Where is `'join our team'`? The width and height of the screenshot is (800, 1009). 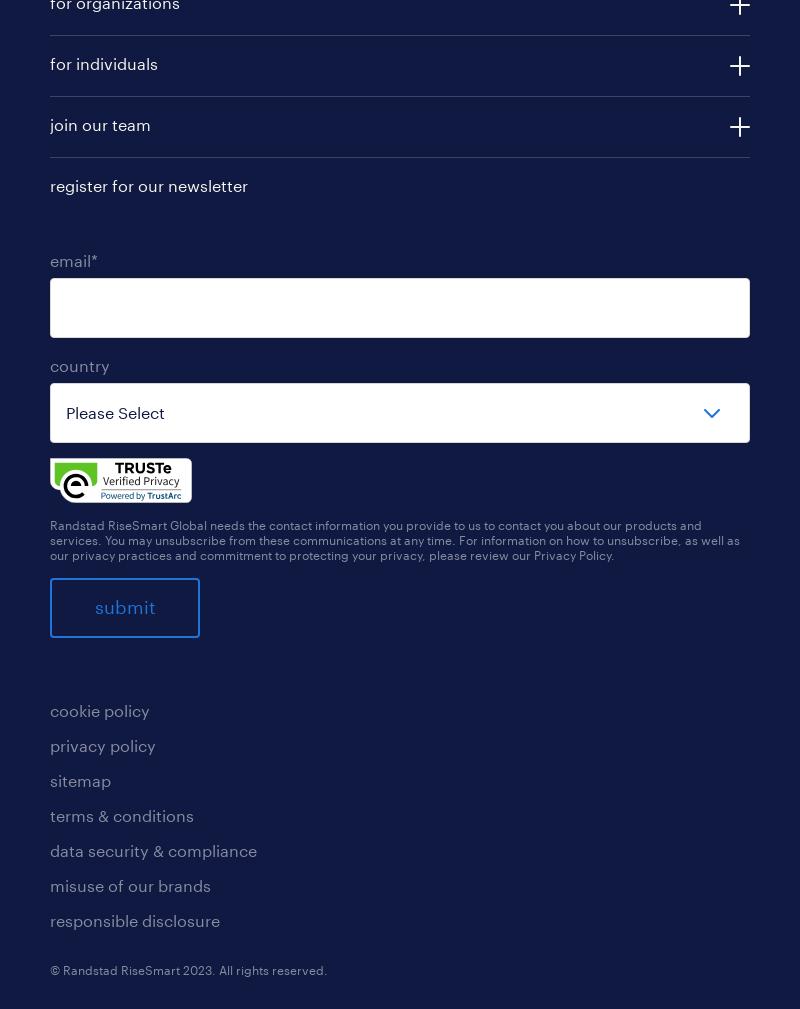 'join our team' is located at coordinates (100, 122).